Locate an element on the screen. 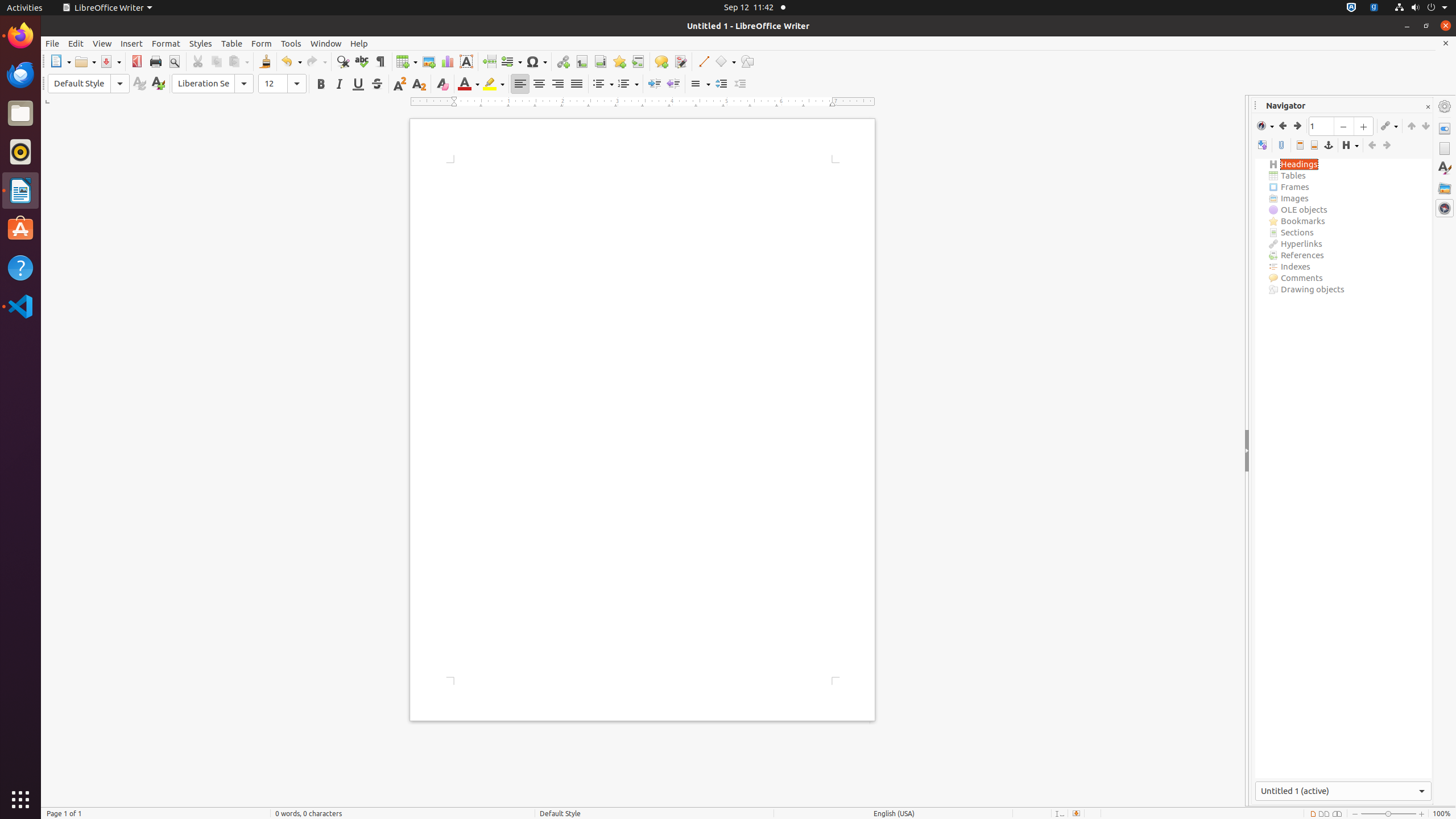  'Numbering' is located at coordinates (628, 83).